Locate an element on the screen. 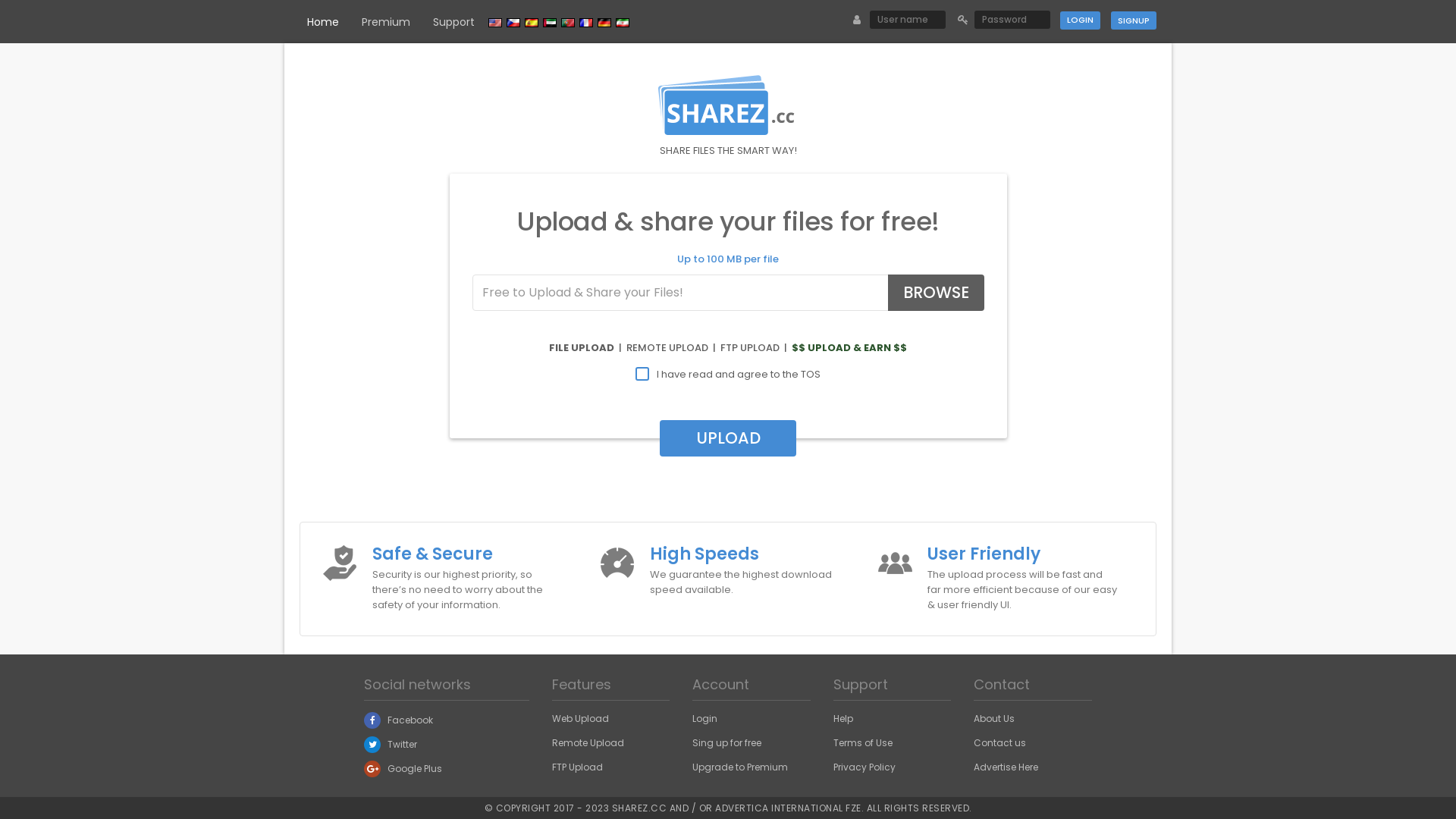 This screenshot has height=819, width=1456. 'Upgrade to Premium' is located at coordinates (739, 767).